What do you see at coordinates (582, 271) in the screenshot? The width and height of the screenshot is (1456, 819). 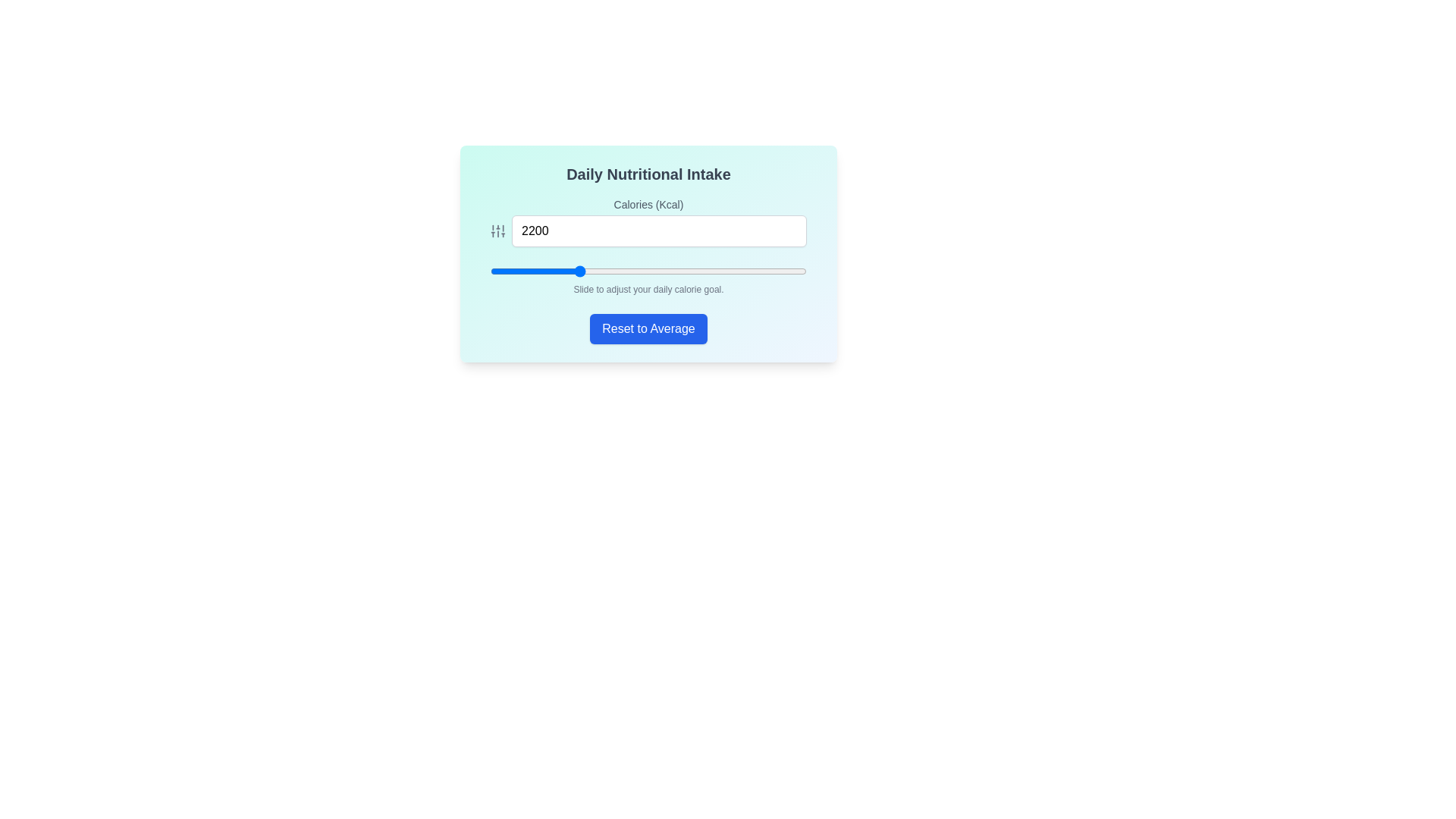 I see `daily calorie intake goal` at bounding box center [582, 271].